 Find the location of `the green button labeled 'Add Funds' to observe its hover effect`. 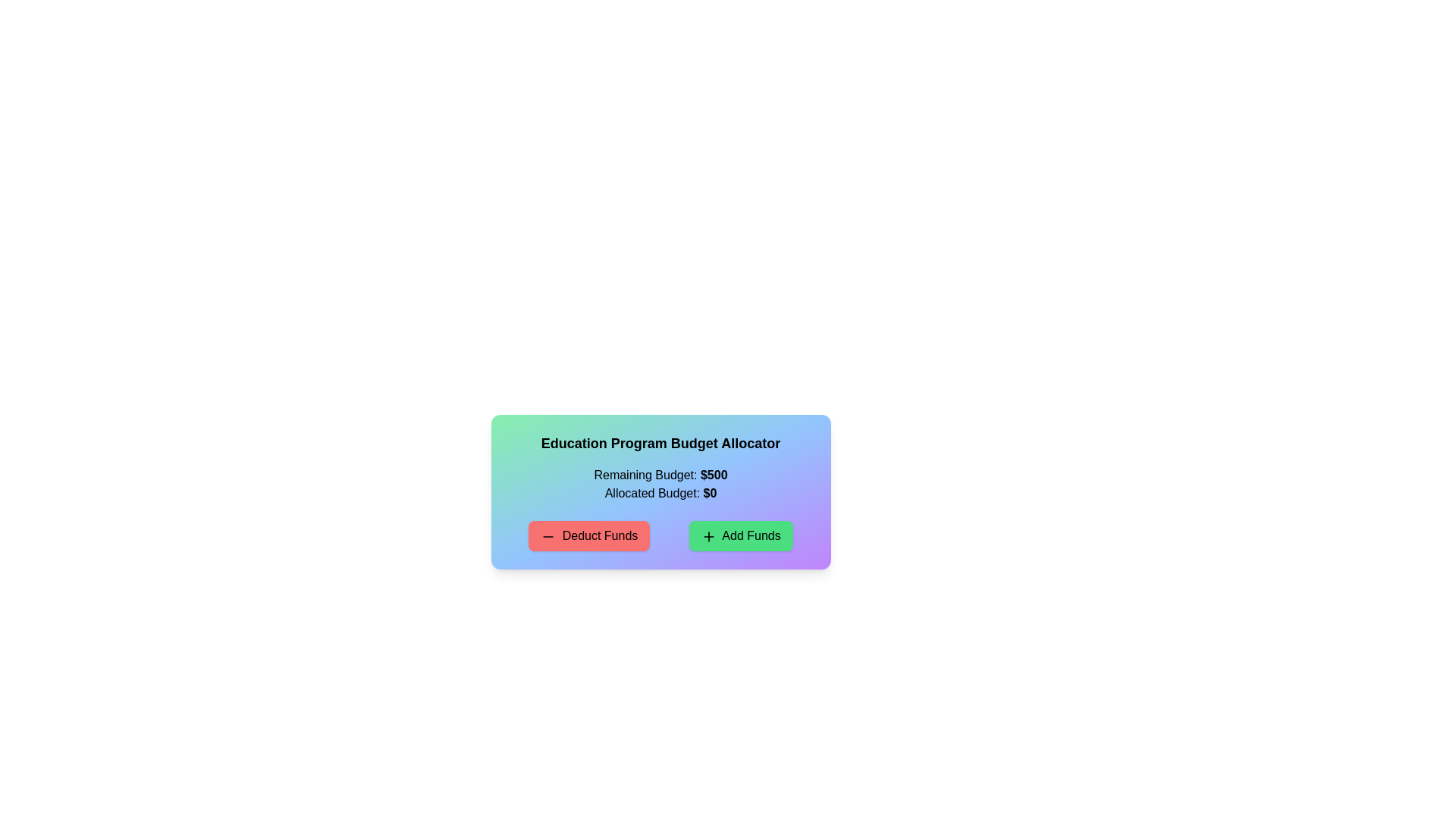

the green button labeled 'Add Funds' to observe its hover effect is located at coordinates (741, 535).